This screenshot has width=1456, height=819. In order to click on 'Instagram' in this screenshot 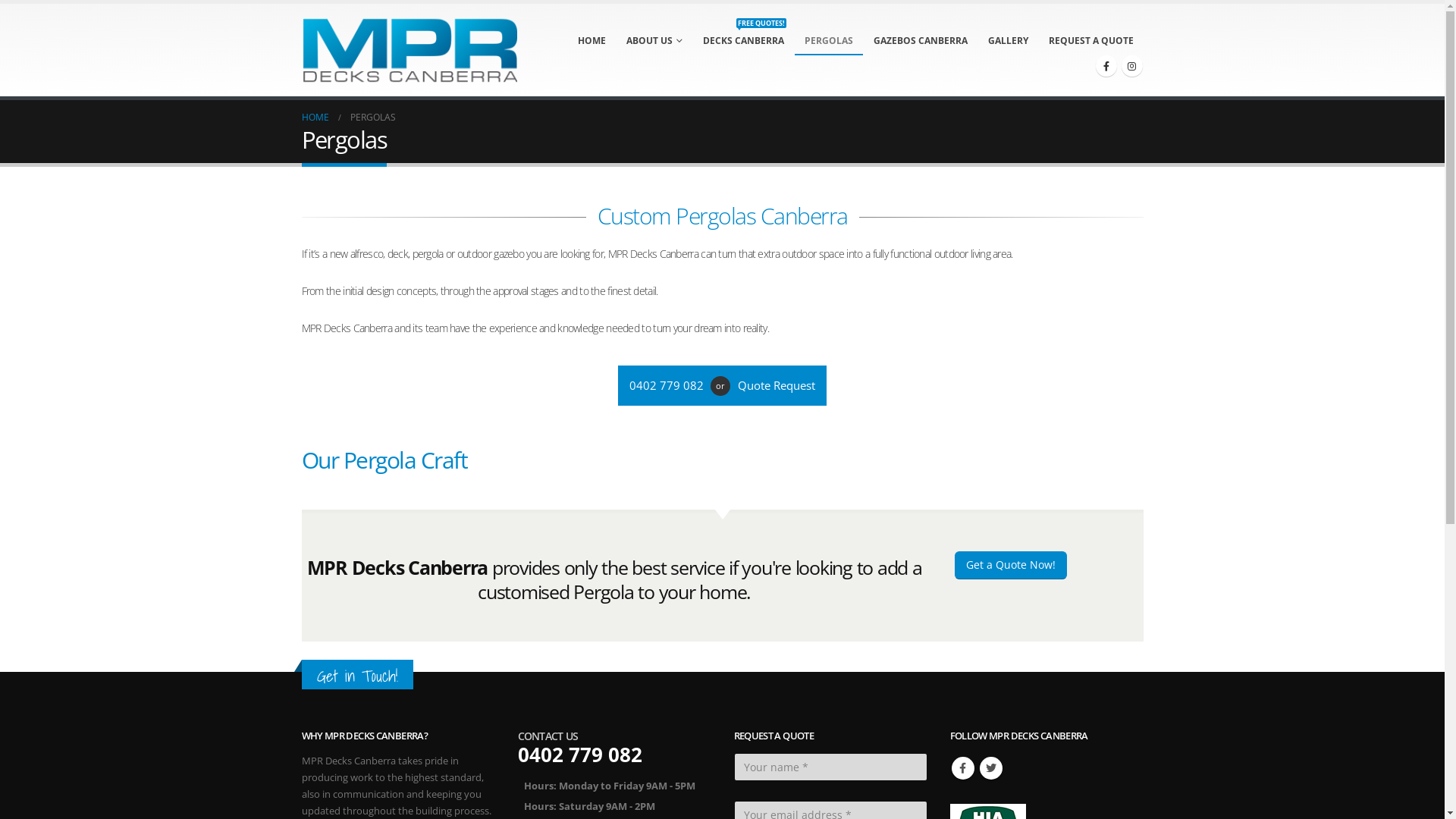, I will do `click(1131, 65)`.